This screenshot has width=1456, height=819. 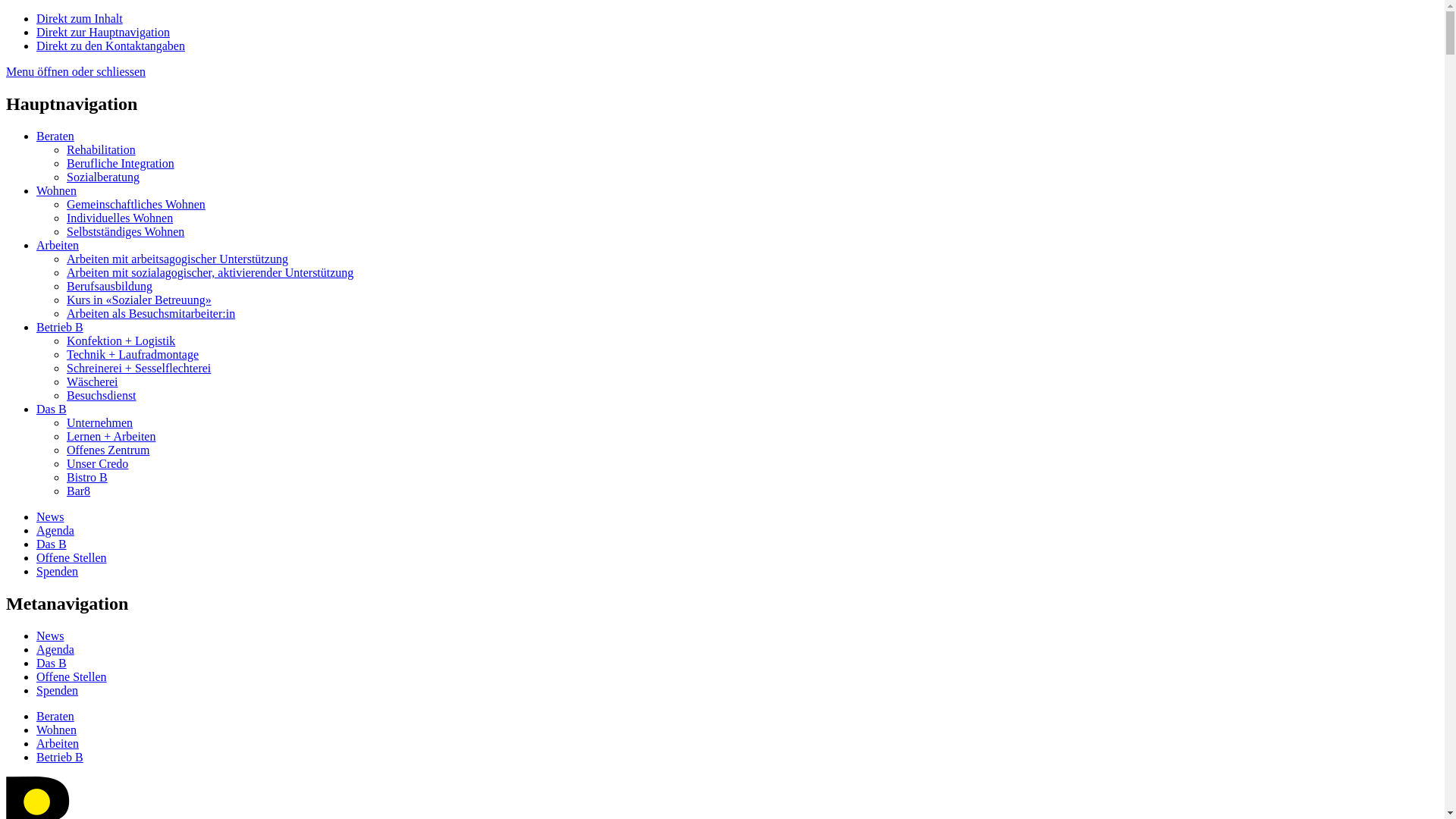 I want to click on 'Das B', so click(x=36, y=543).